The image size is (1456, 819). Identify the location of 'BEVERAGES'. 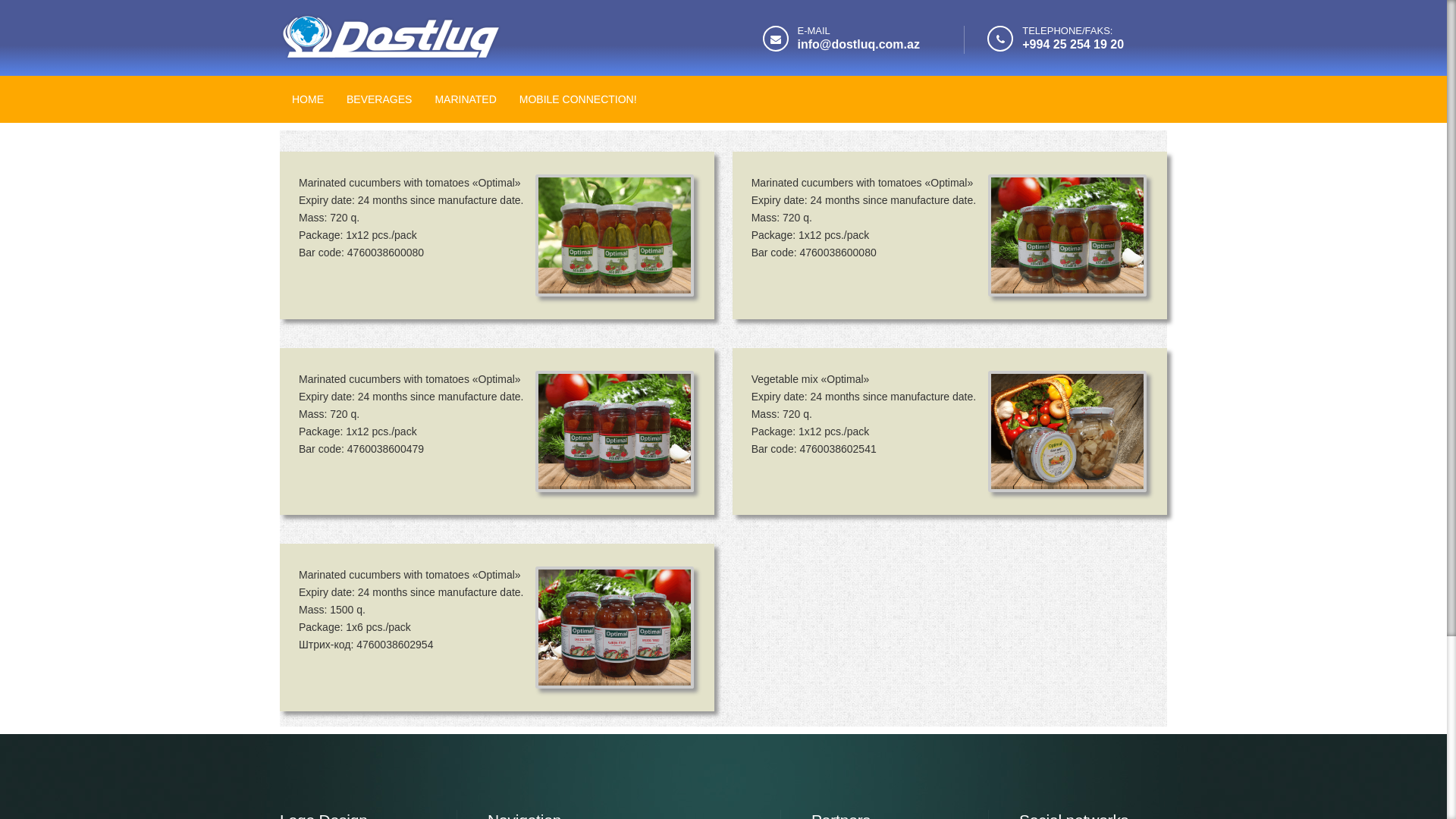
(378, 97).